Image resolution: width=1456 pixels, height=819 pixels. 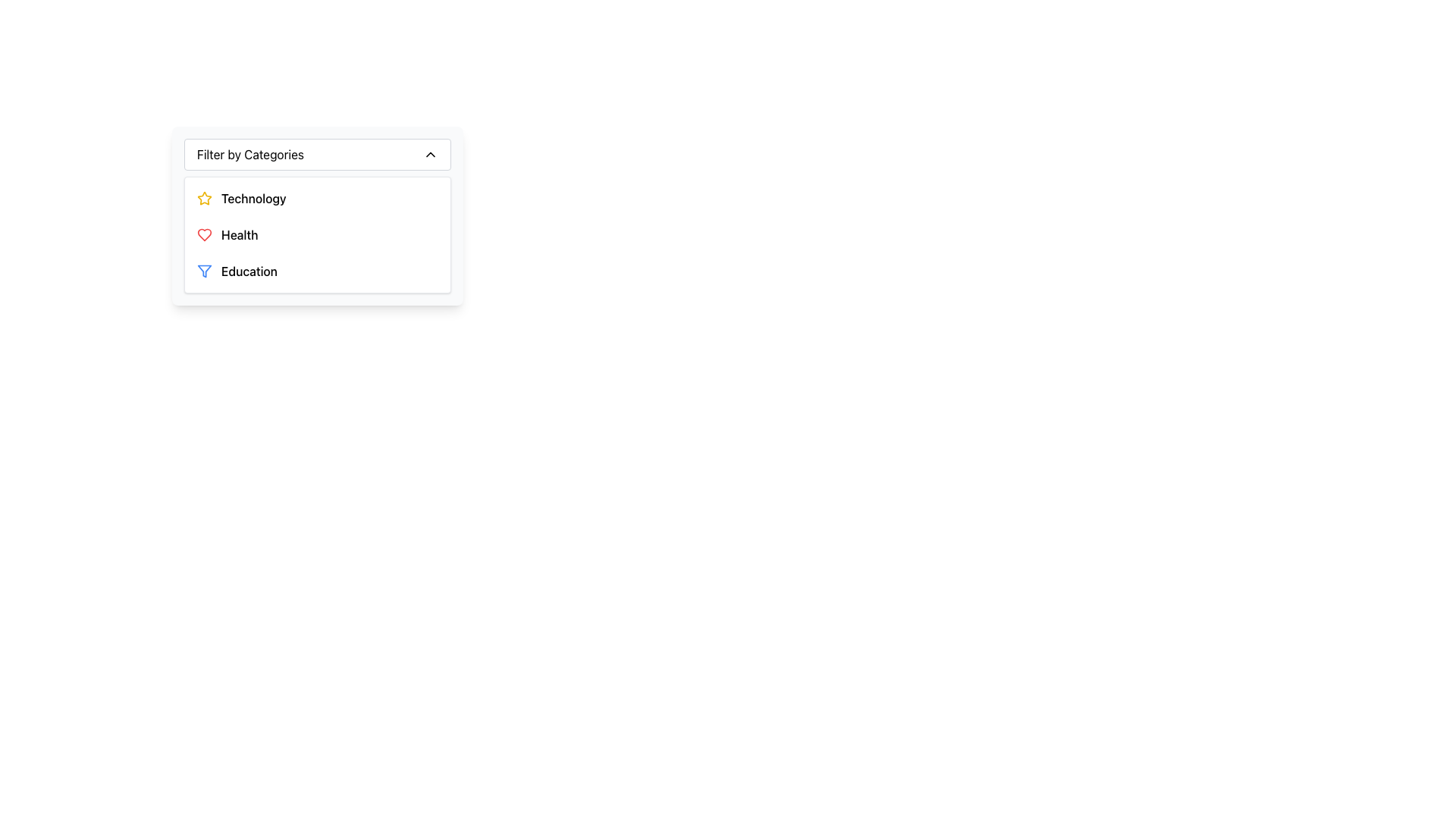 I want to click on the 'Education' category label in the filtering menu, so click(x=249, y=271).